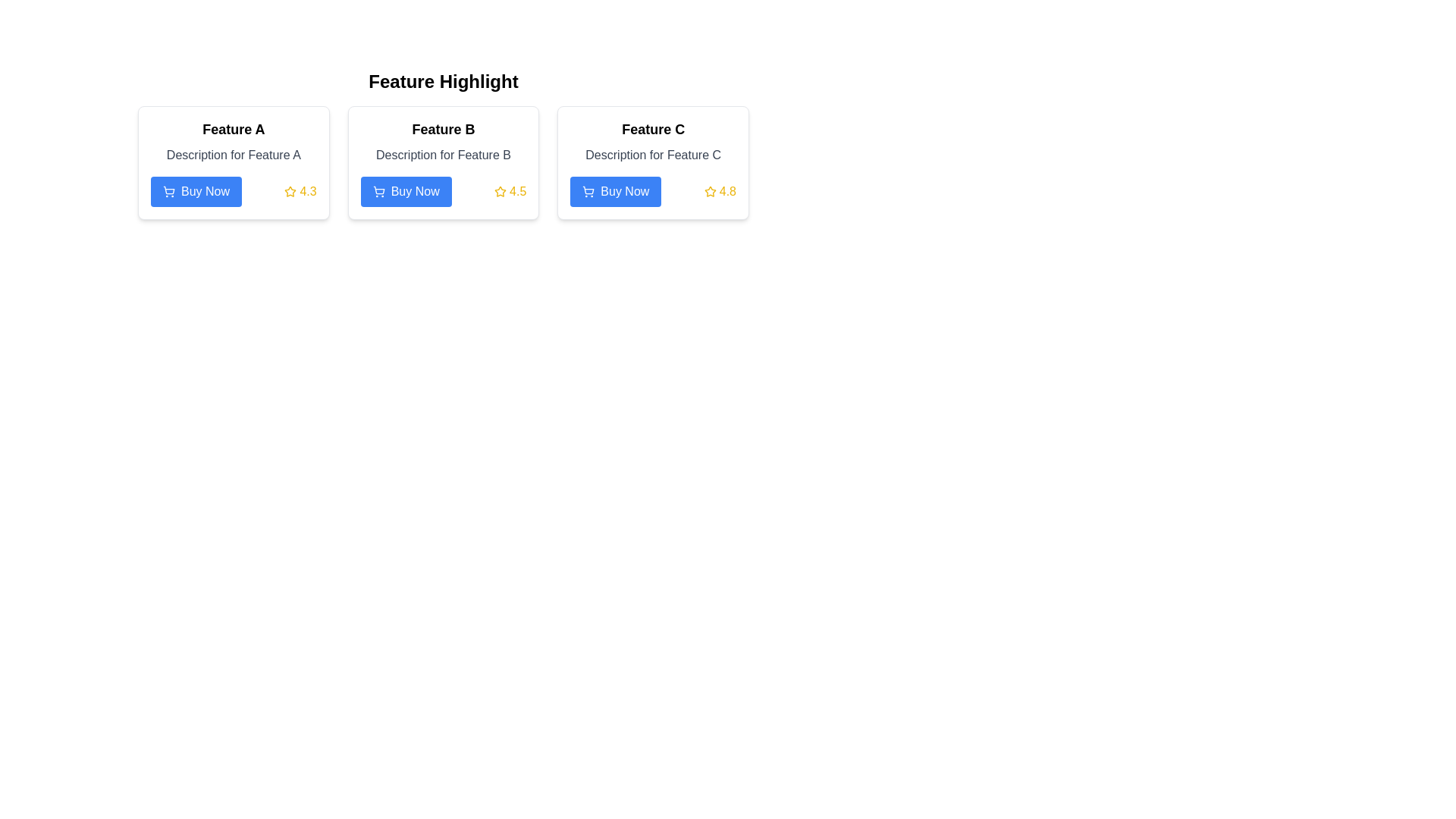 This screenshot has width=1456, height=819. Describe the element at coordinates (233, 155) in the screenshot. I see `the descriptive text display for 'Feature A', which is located beneath its title and above the 'Buy Now' button` at that location.